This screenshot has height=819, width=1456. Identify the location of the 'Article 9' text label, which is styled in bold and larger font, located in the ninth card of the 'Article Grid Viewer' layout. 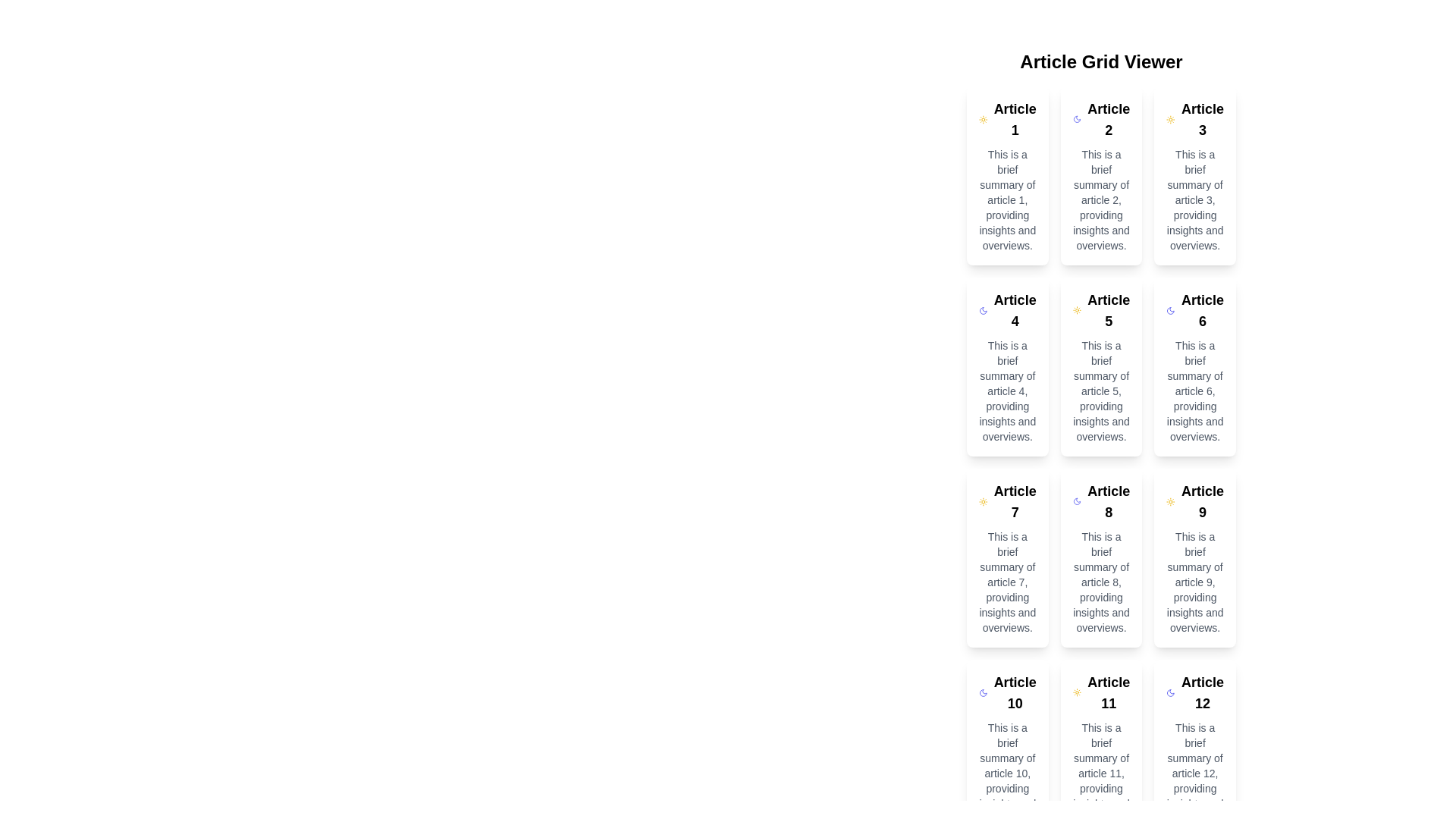
(1201, 502).